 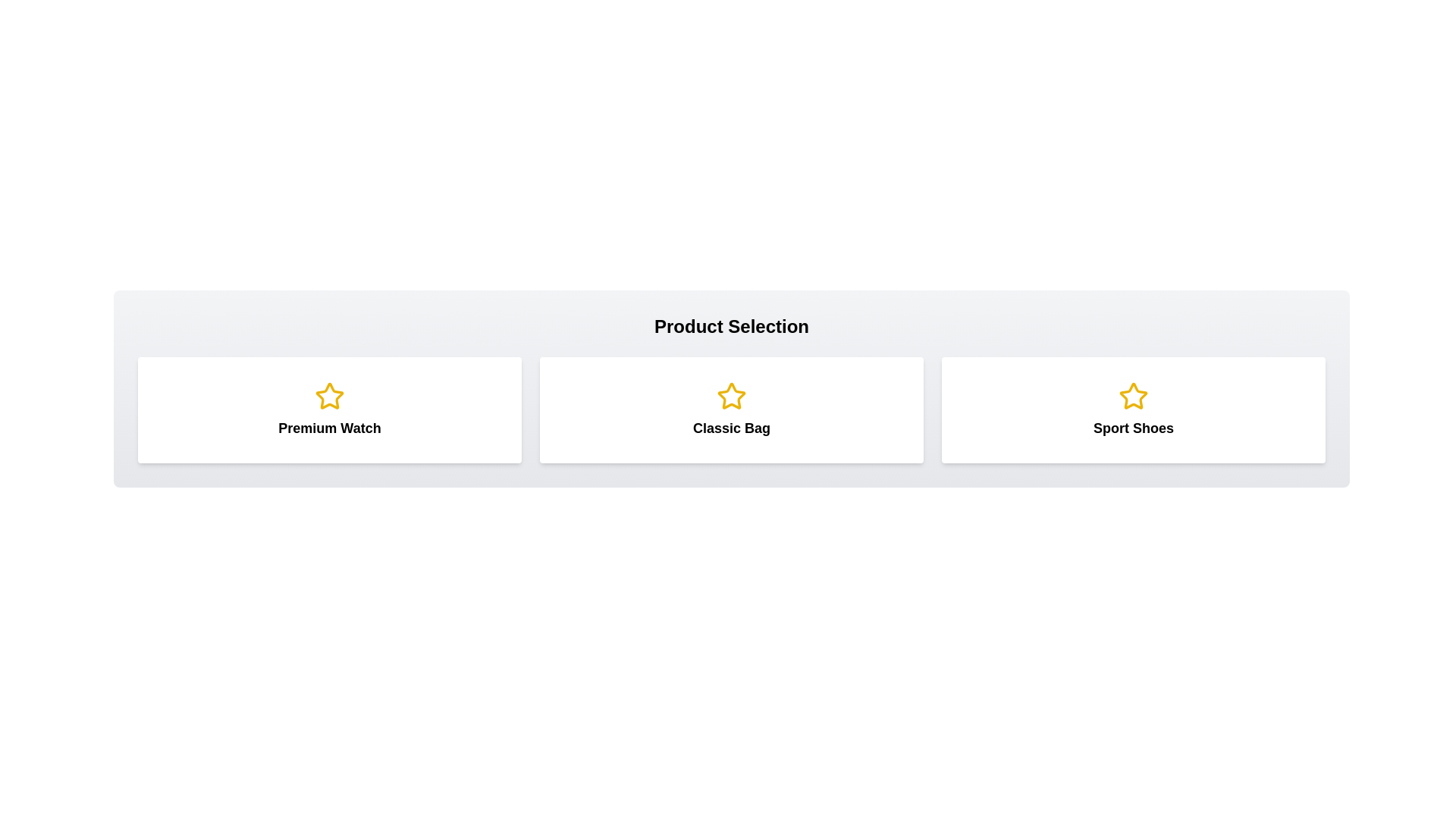 What do you see at coordinates (329, 395) in the screenshot?
I see `the favorite icon for the 'Premium Watch' product located in the leftmost card under the 'Product Selection' heading` at bounding box center [329, 395].